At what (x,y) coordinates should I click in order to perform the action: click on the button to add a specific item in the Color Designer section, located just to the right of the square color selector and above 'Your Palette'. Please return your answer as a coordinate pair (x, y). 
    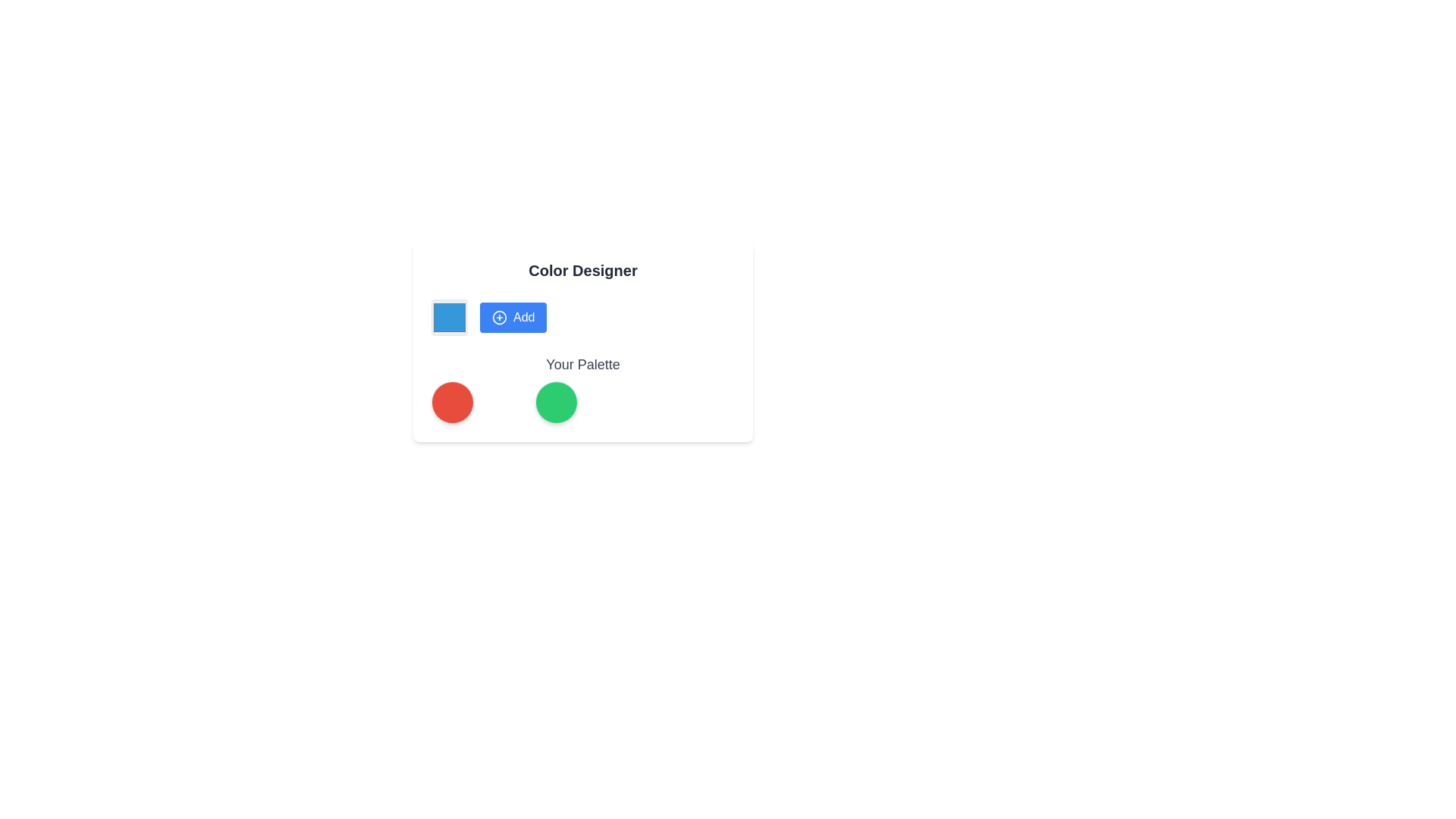
    Looking at the image, I should click on (582, 317).